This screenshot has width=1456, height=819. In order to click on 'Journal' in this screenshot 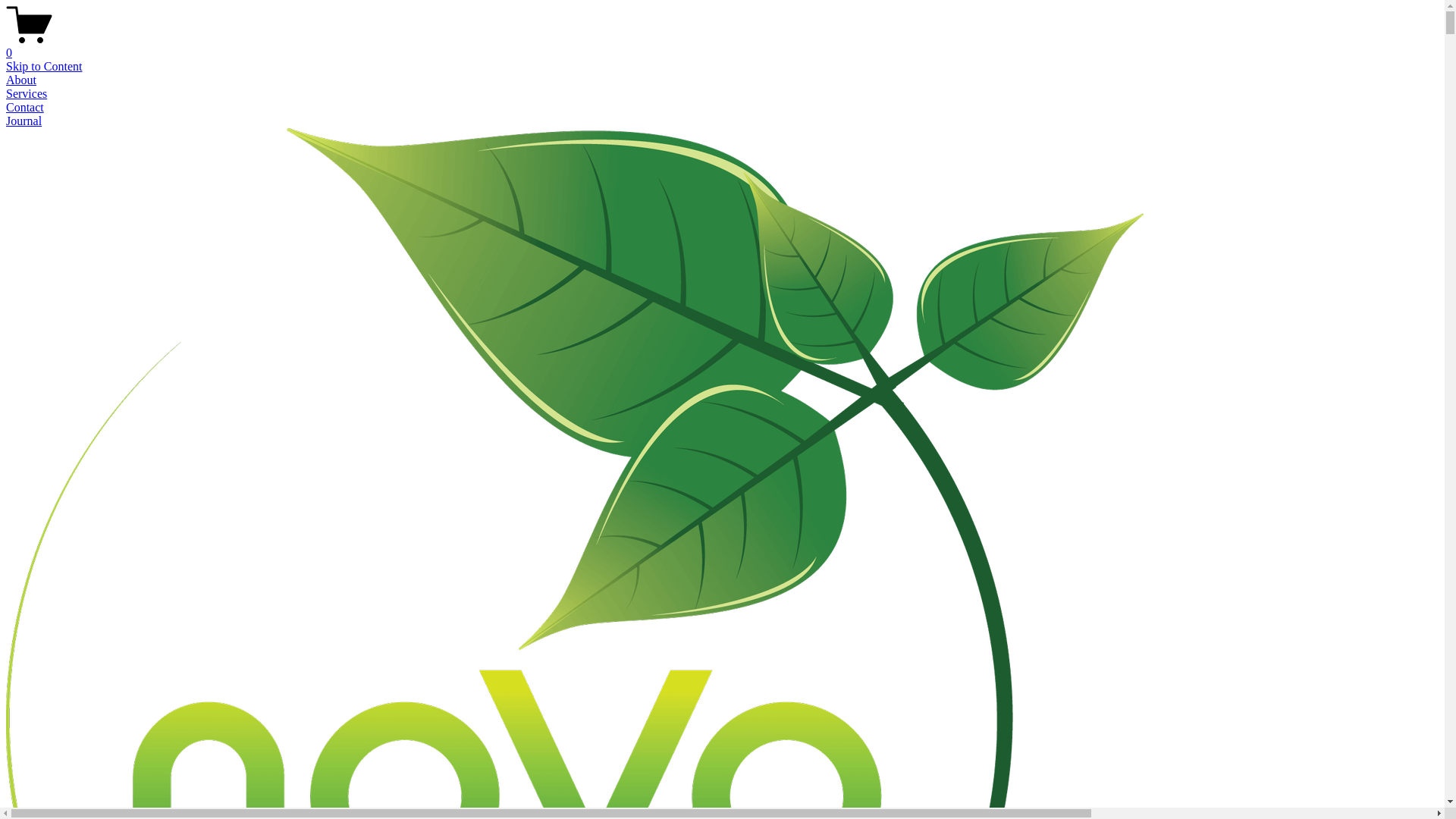, I will do `click(24, 120)`.